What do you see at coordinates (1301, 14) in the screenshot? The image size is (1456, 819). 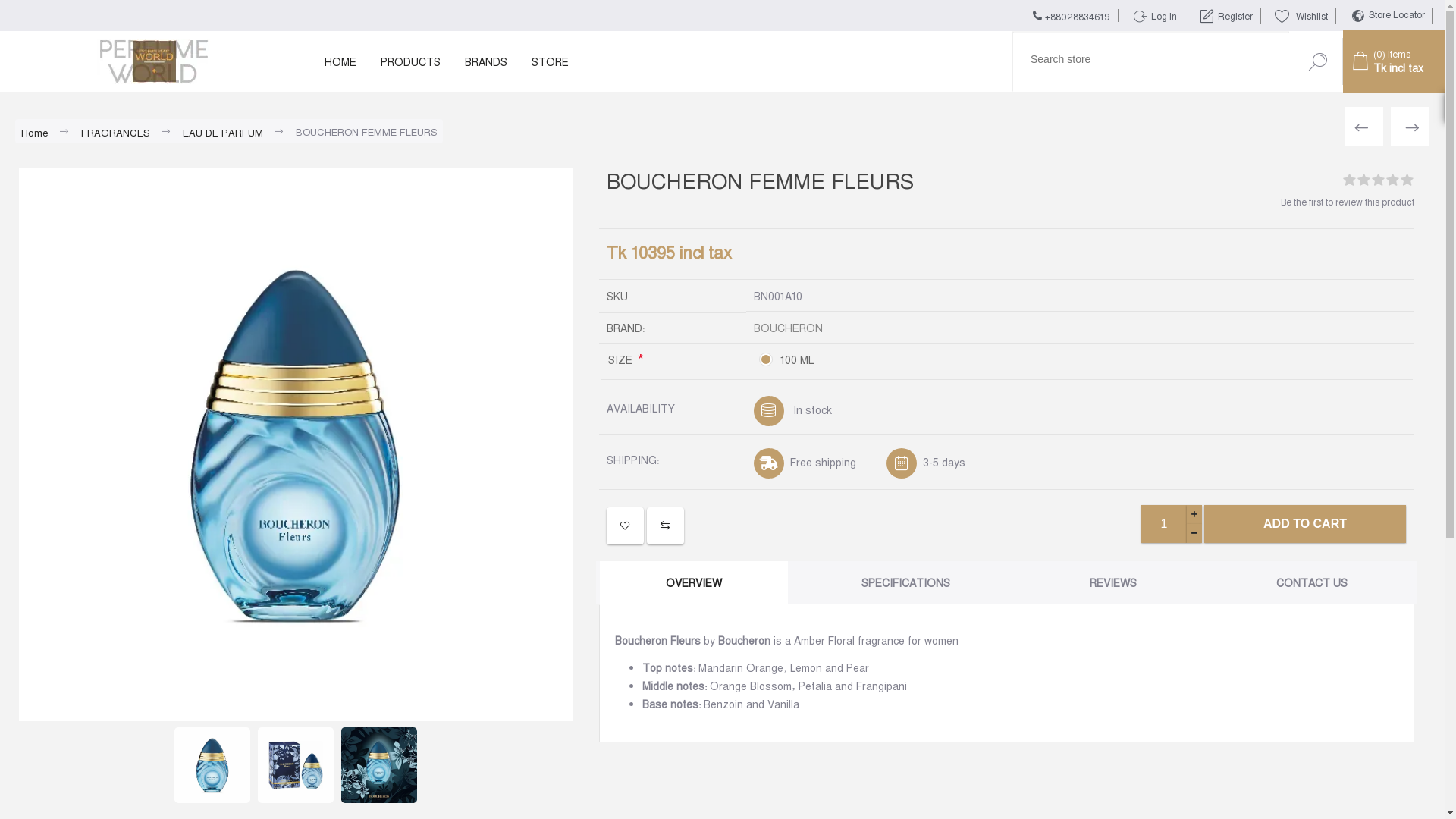 I see `'(0)` at bounding box center [1301, 14].